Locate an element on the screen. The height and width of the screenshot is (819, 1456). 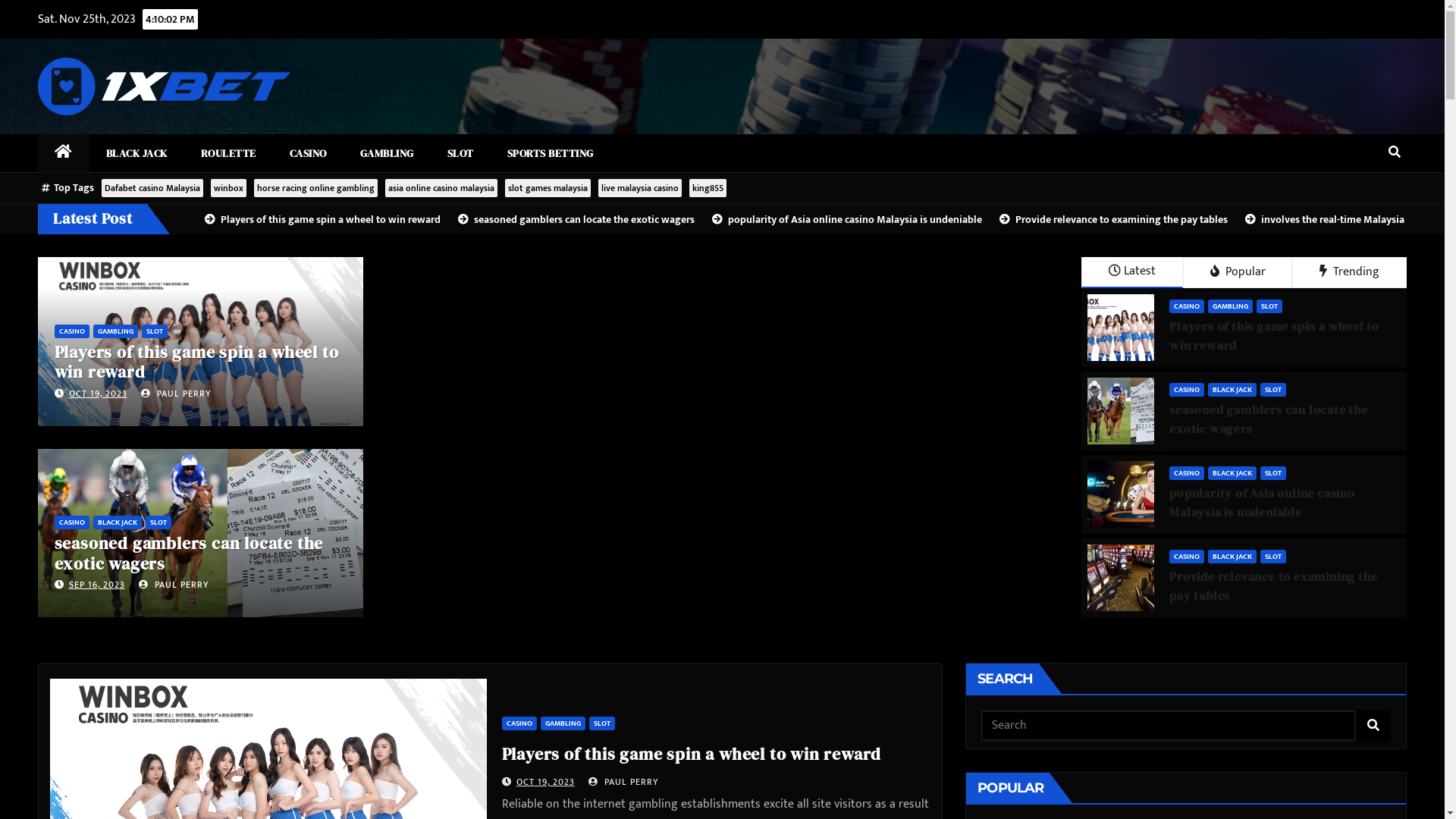
'king855' is located at coordinates (707, 187).